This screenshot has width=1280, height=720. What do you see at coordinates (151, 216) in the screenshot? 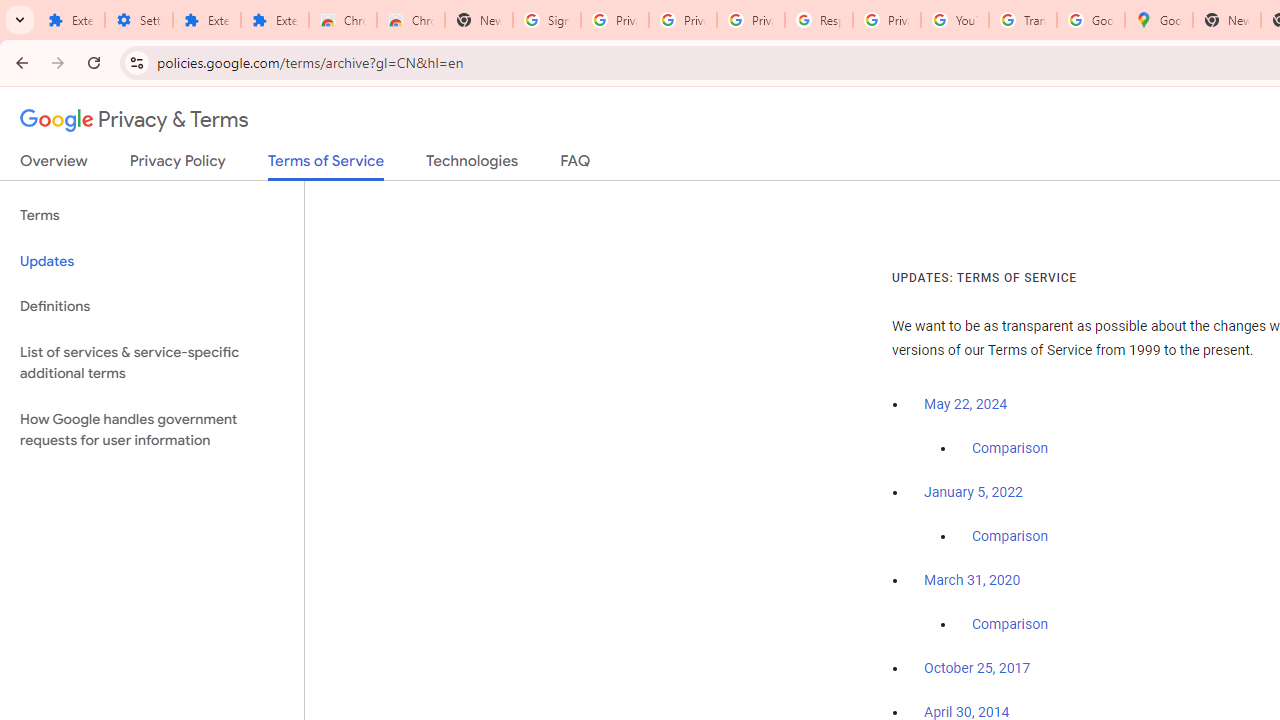
I see `'Terms'` at bounding box center [151, 216].